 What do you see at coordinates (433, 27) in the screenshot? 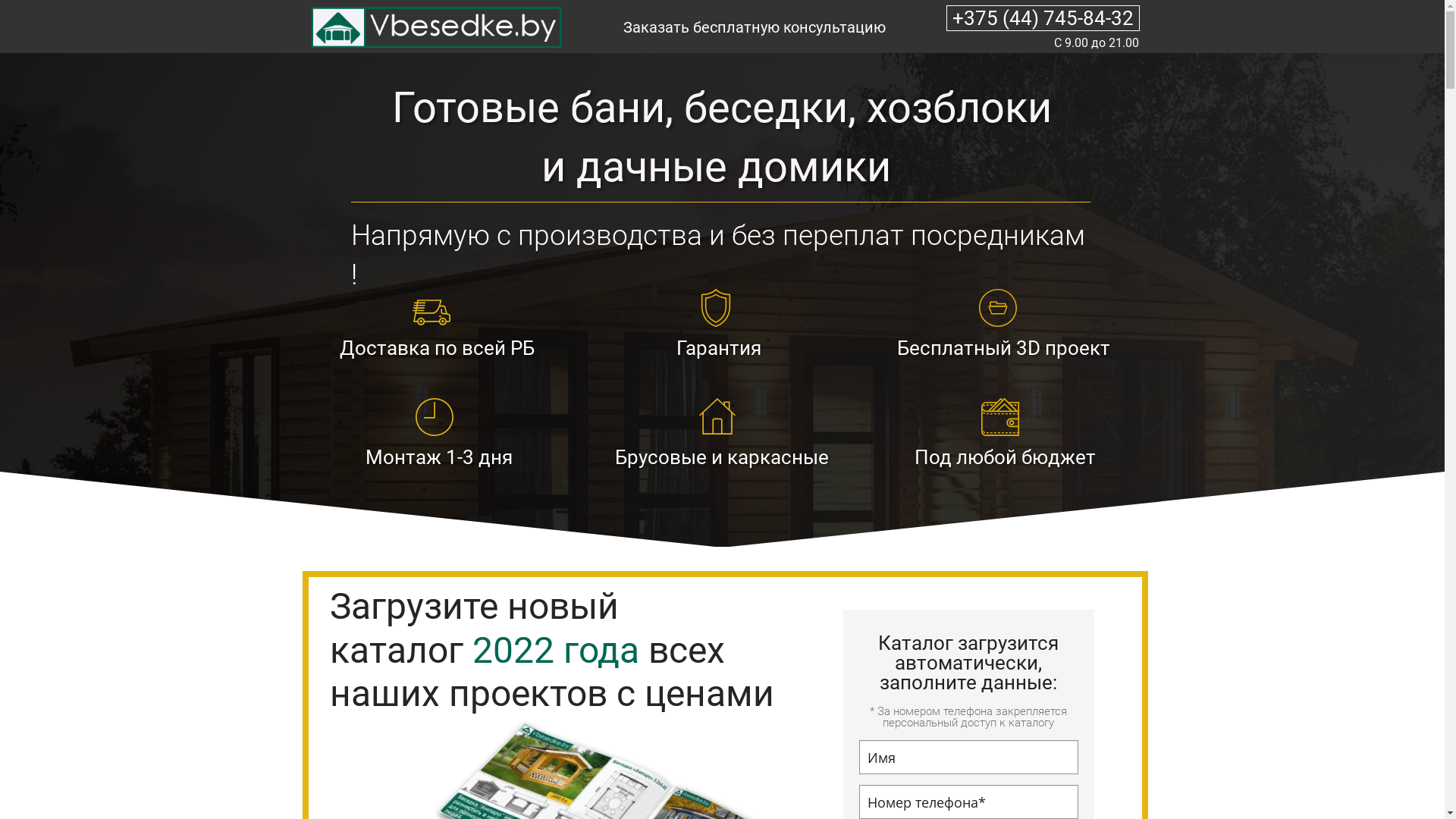
I see `'Vbesedke.by'` at bounding box center [433, 27].